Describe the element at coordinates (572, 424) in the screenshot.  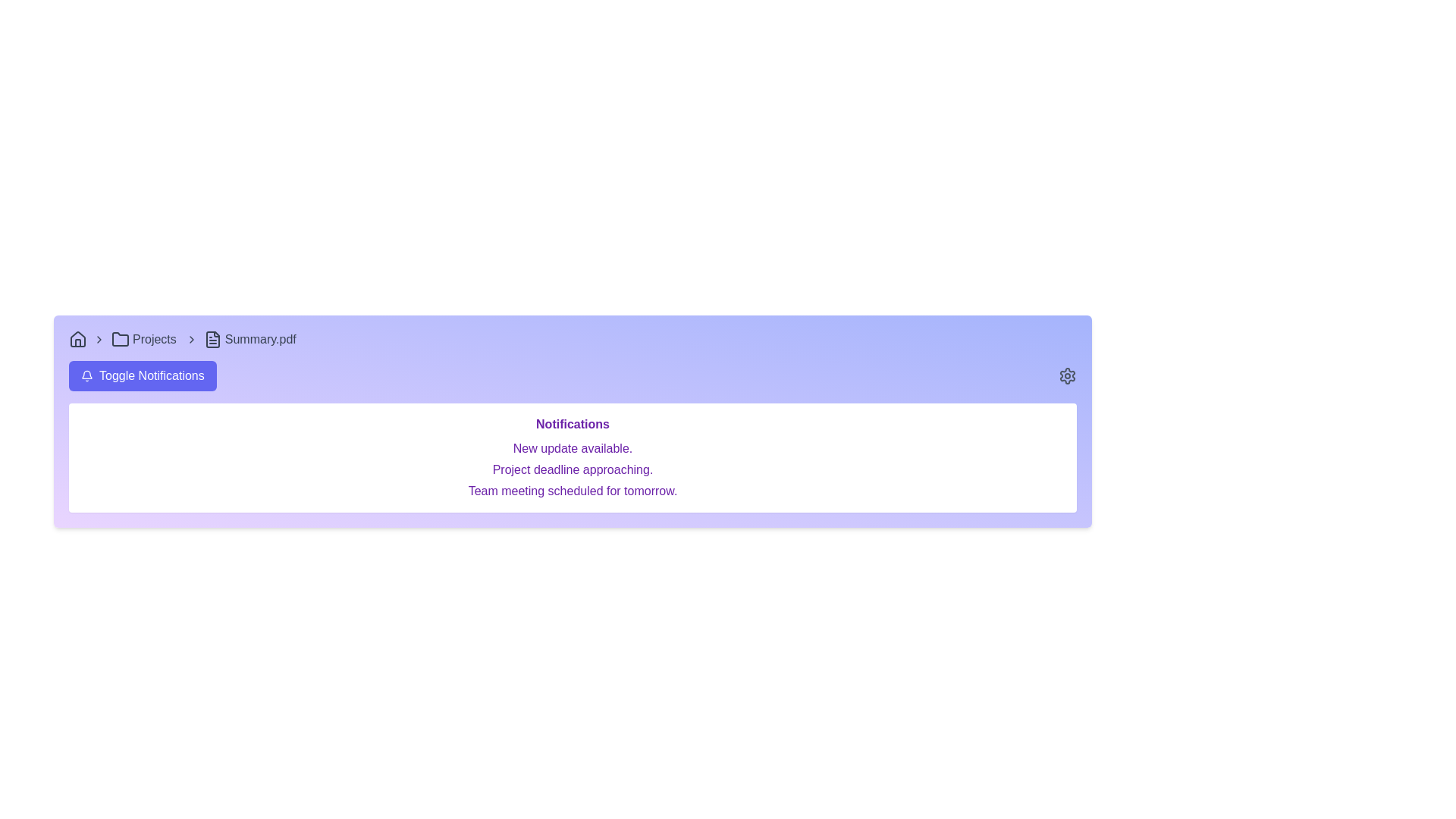
I see `the static text element that serves as the title for the notifications section, located above the list of notifications` at that location.